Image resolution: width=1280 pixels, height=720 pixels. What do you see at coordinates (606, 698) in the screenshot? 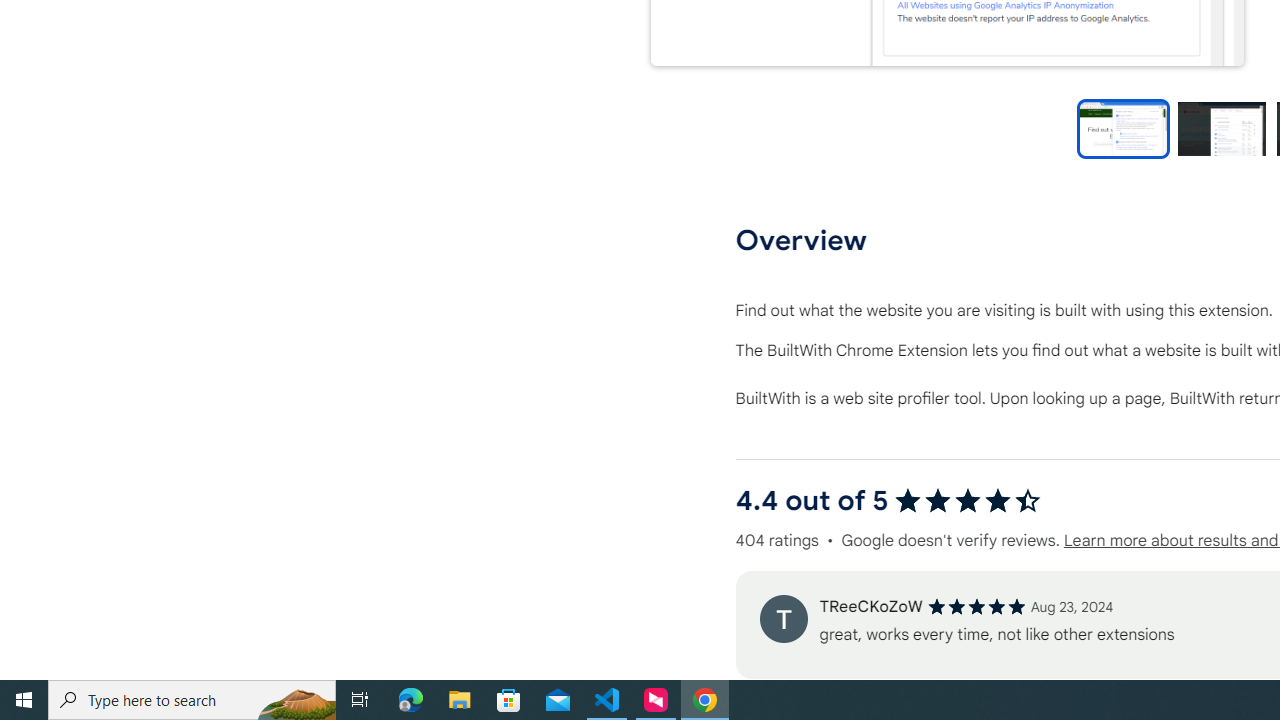
I see `'Visual Studio Code - 1 running window'` at bounding box center [606, 698].